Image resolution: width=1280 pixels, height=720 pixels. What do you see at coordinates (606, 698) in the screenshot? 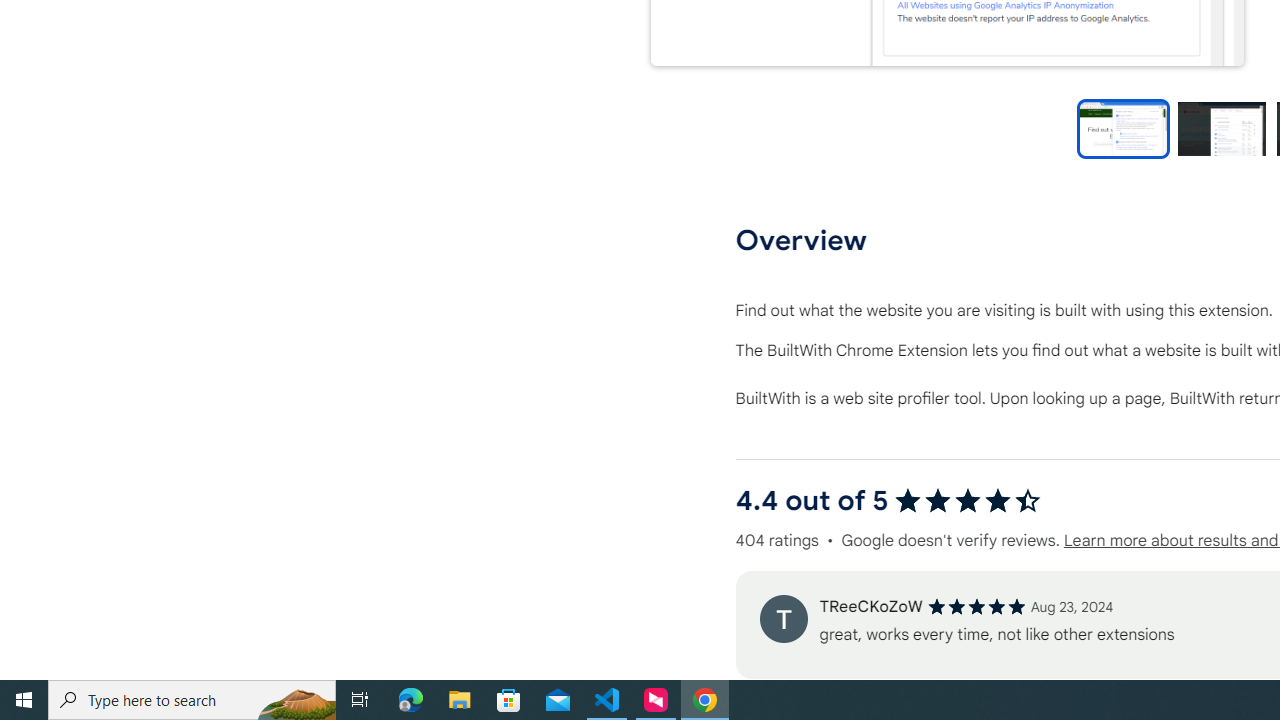
I see `'Visual Studio Code - 1 running window'` at bounding box center [606, 698].